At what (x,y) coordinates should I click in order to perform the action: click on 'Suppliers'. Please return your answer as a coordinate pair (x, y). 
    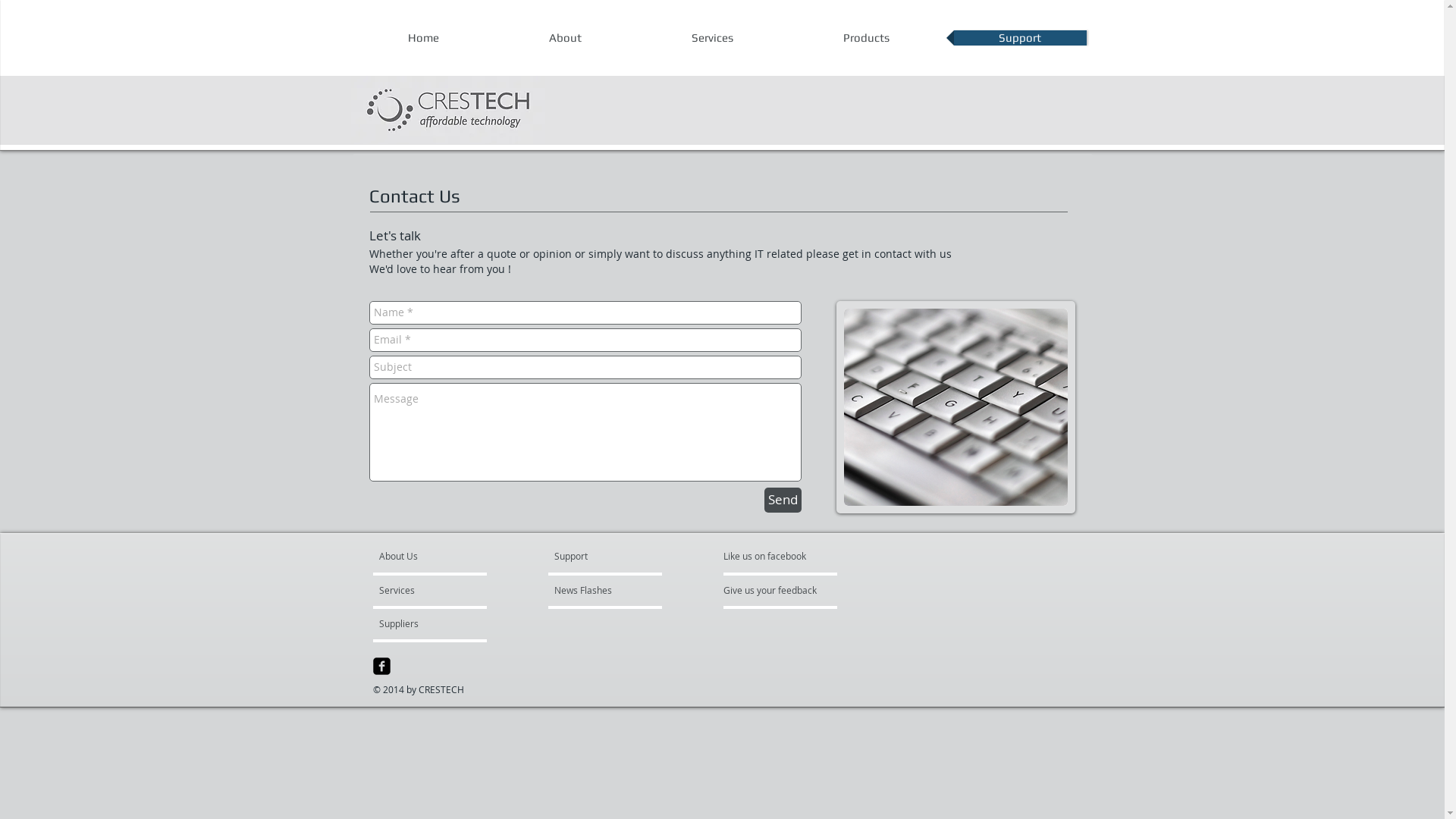
    Looking at the image, I should click on (378, 623).